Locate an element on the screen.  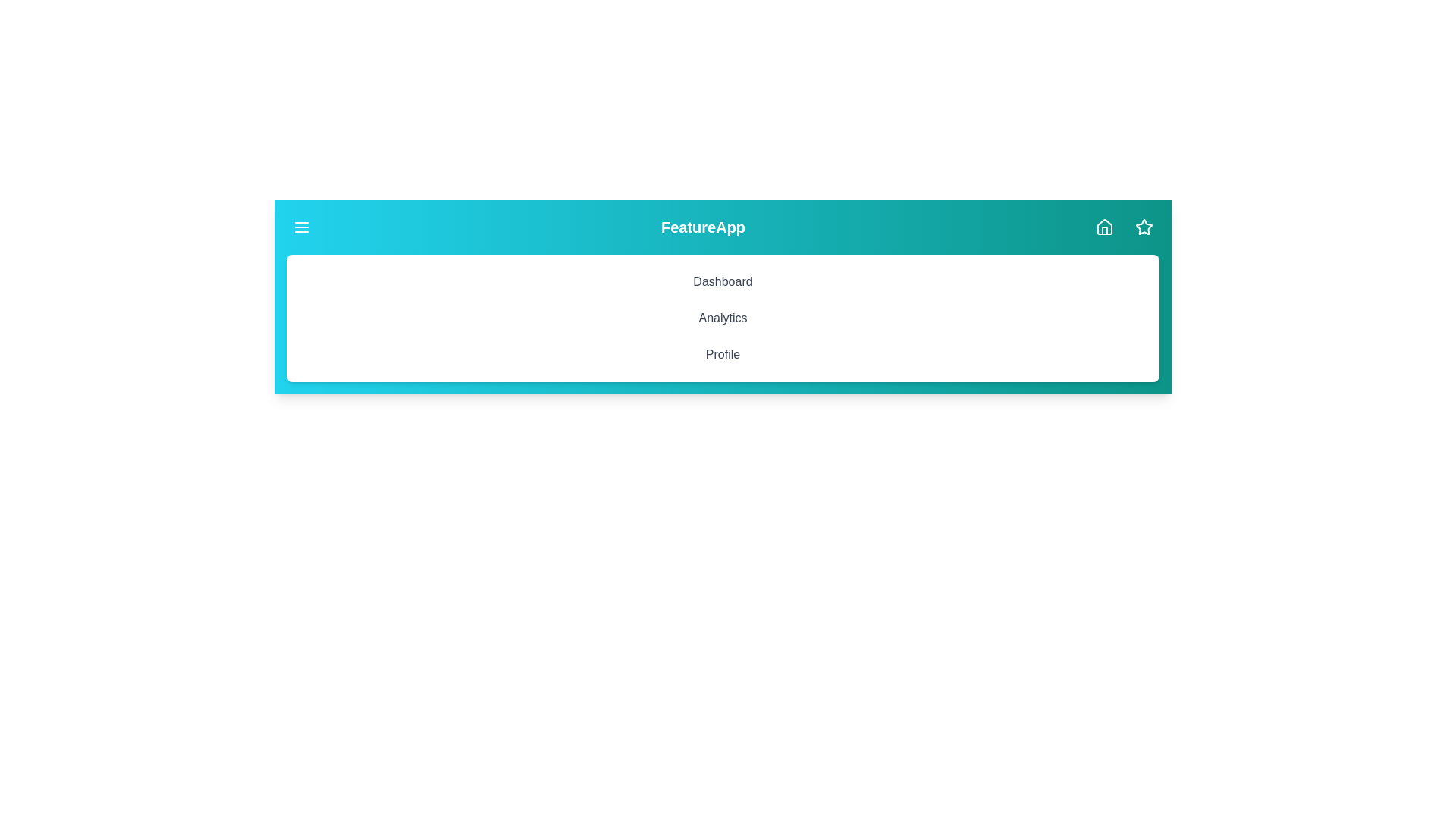
the star icon button located at the top-right corner of the component is located at coordinates (1144, 227).